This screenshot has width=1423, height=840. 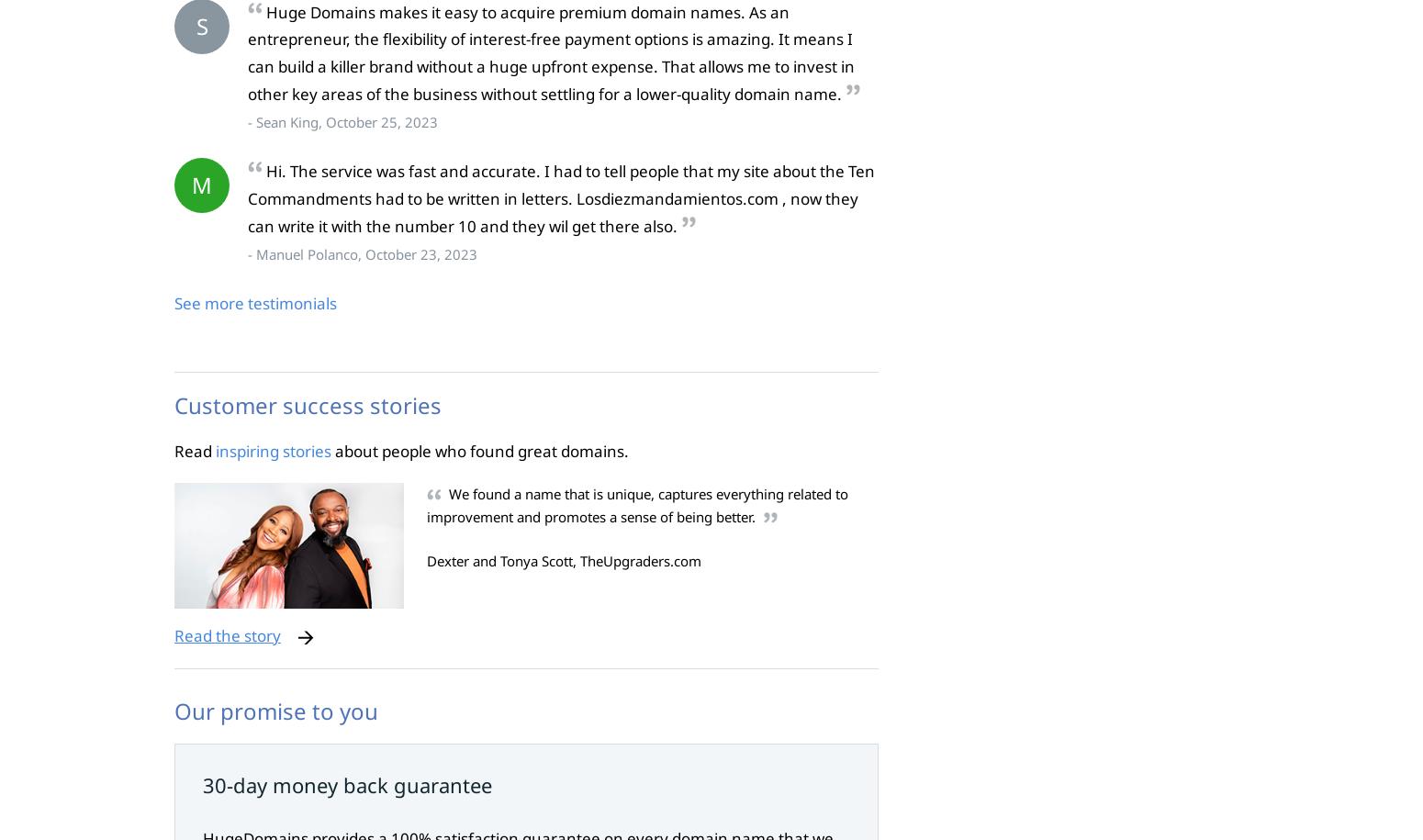 What do you see at coordinates (342, 121) in the screenshot?
I see `'- Sean King, October 25, 2023'` at bounding box center [342, 121].